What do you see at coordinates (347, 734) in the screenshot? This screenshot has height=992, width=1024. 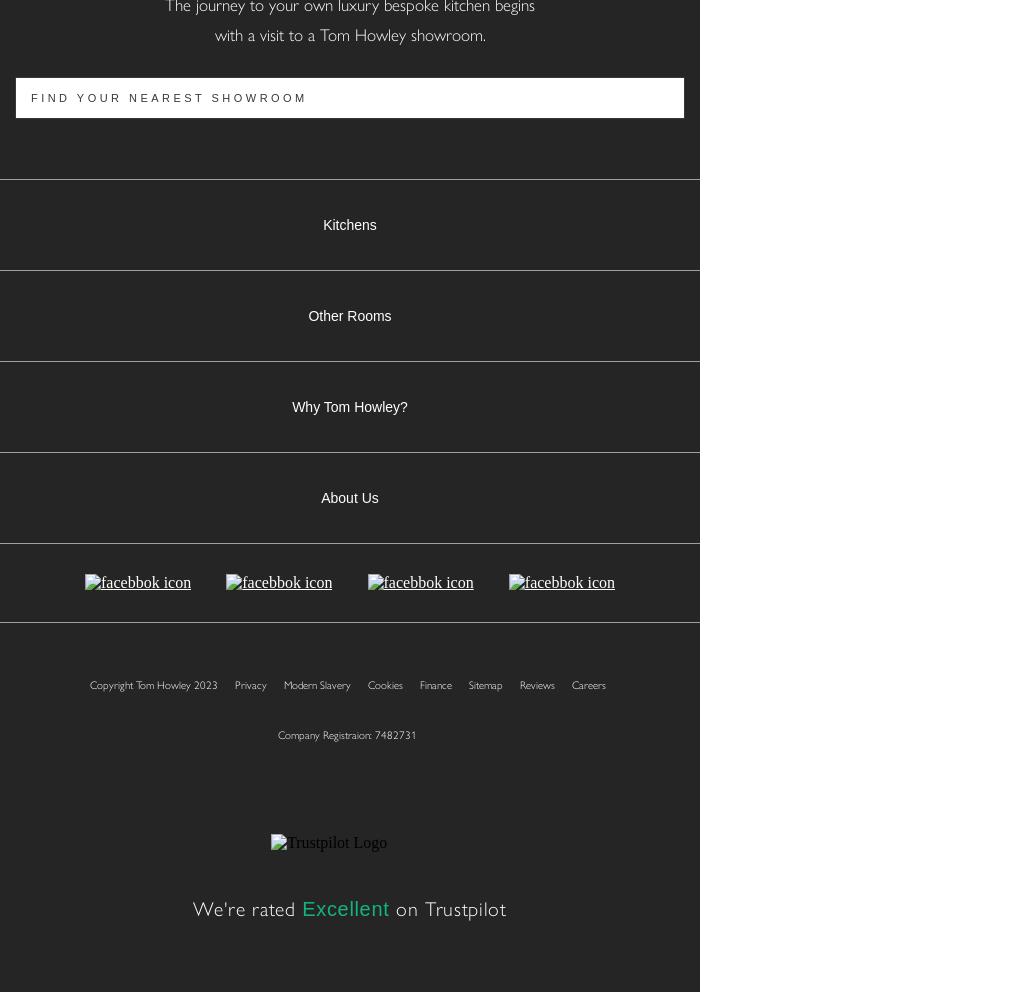 I see `'Company Registraion: 7482731'` at bounding box center [347, 734].